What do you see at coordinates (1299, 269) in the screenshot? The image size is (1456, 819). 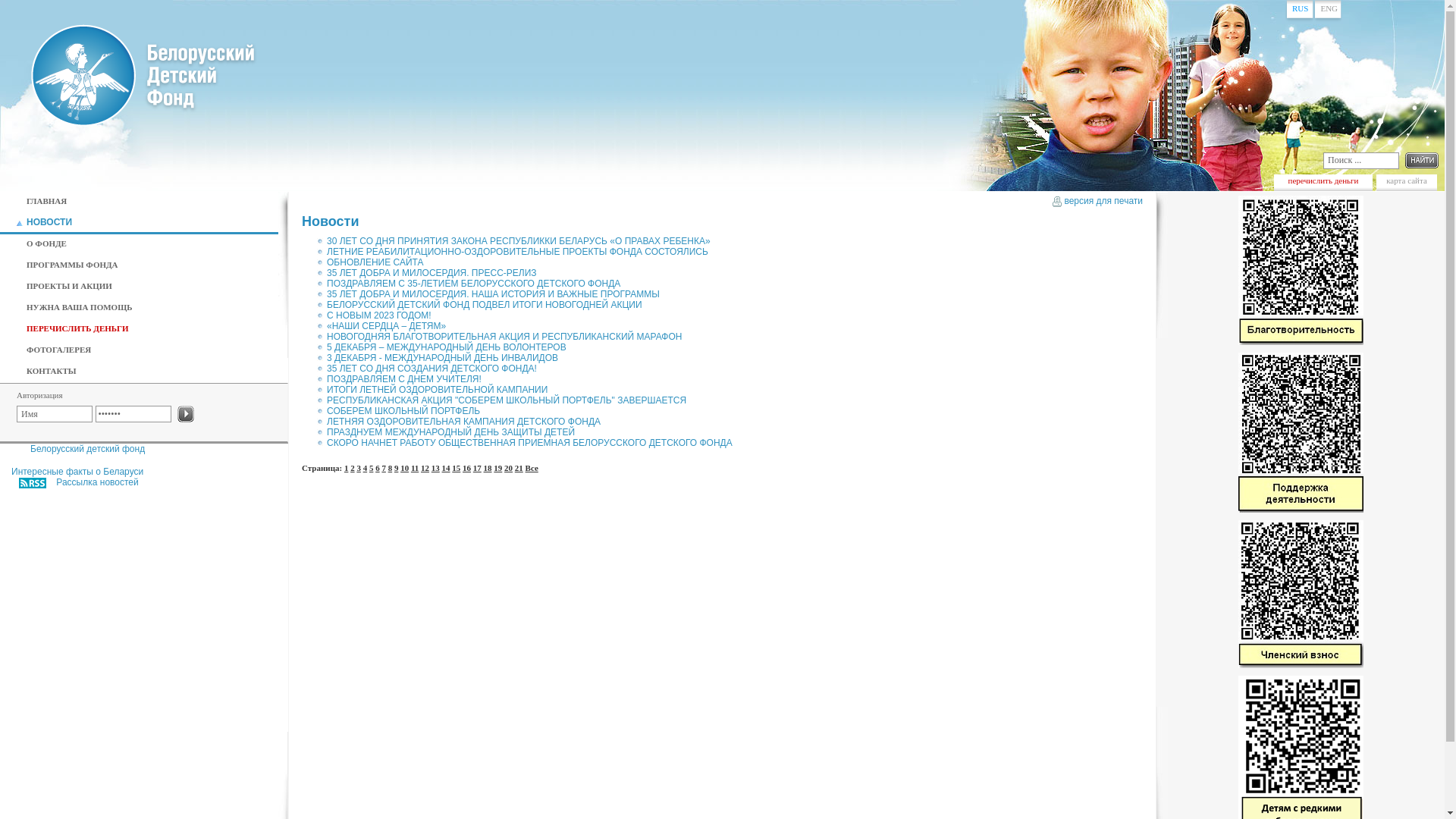 I see `'Blagotvoritelnost'` at bounding box center [1299, 269].